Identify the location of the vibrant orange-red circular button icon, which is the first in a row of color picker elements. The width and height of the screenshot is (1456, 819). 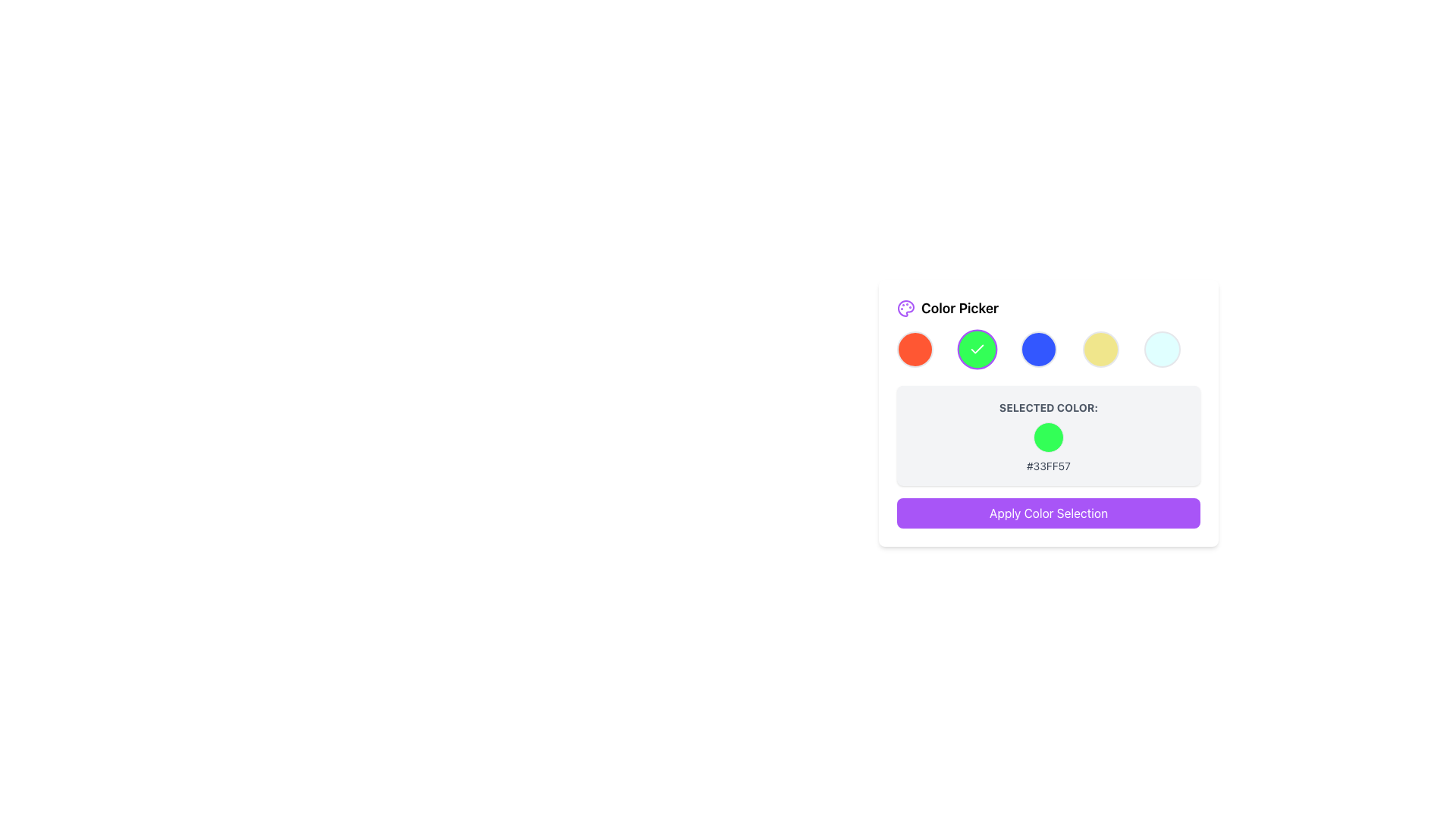
(914, 350).